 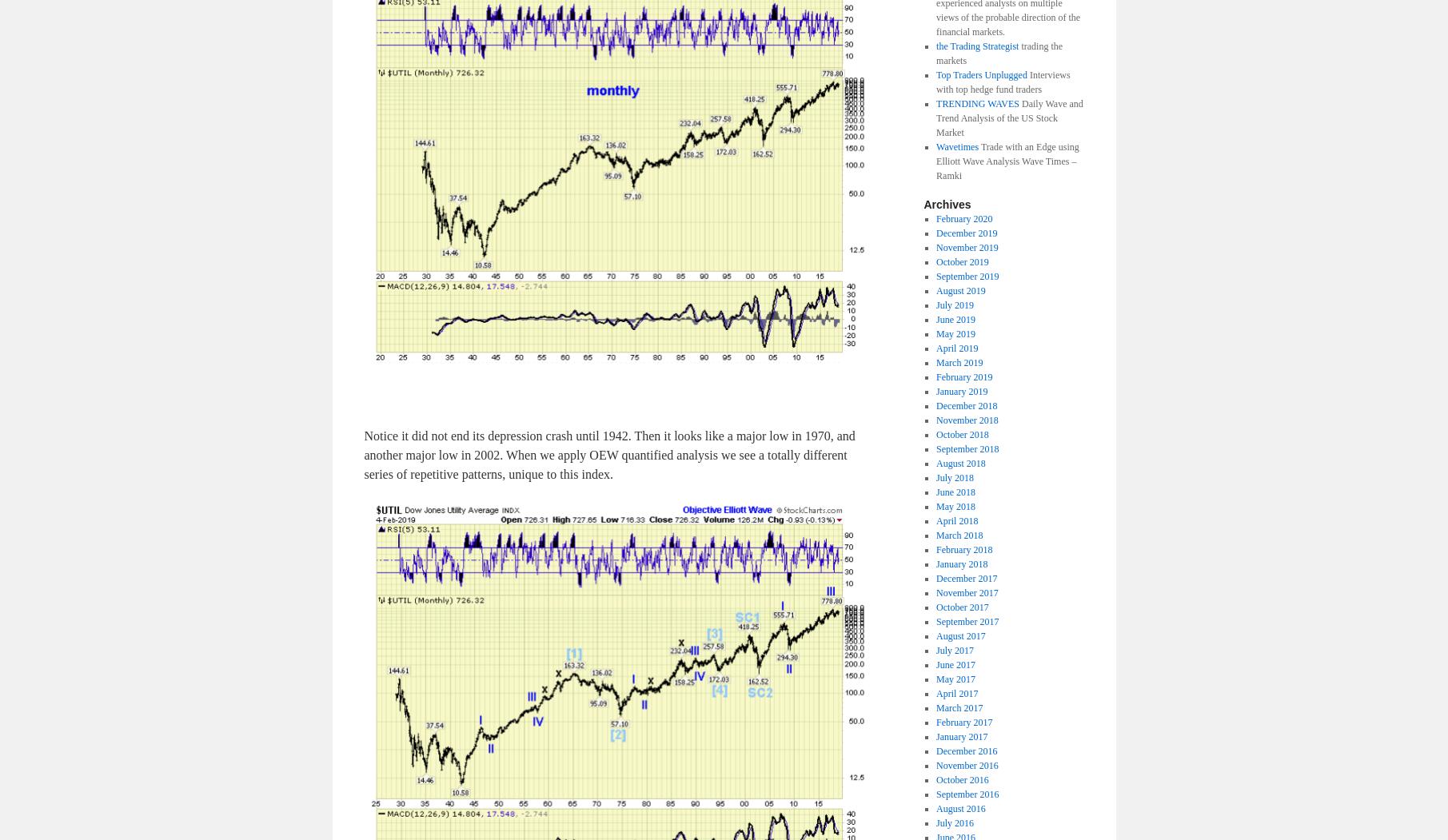 I want to click on 'September 2016', so click(x=935, y=793).